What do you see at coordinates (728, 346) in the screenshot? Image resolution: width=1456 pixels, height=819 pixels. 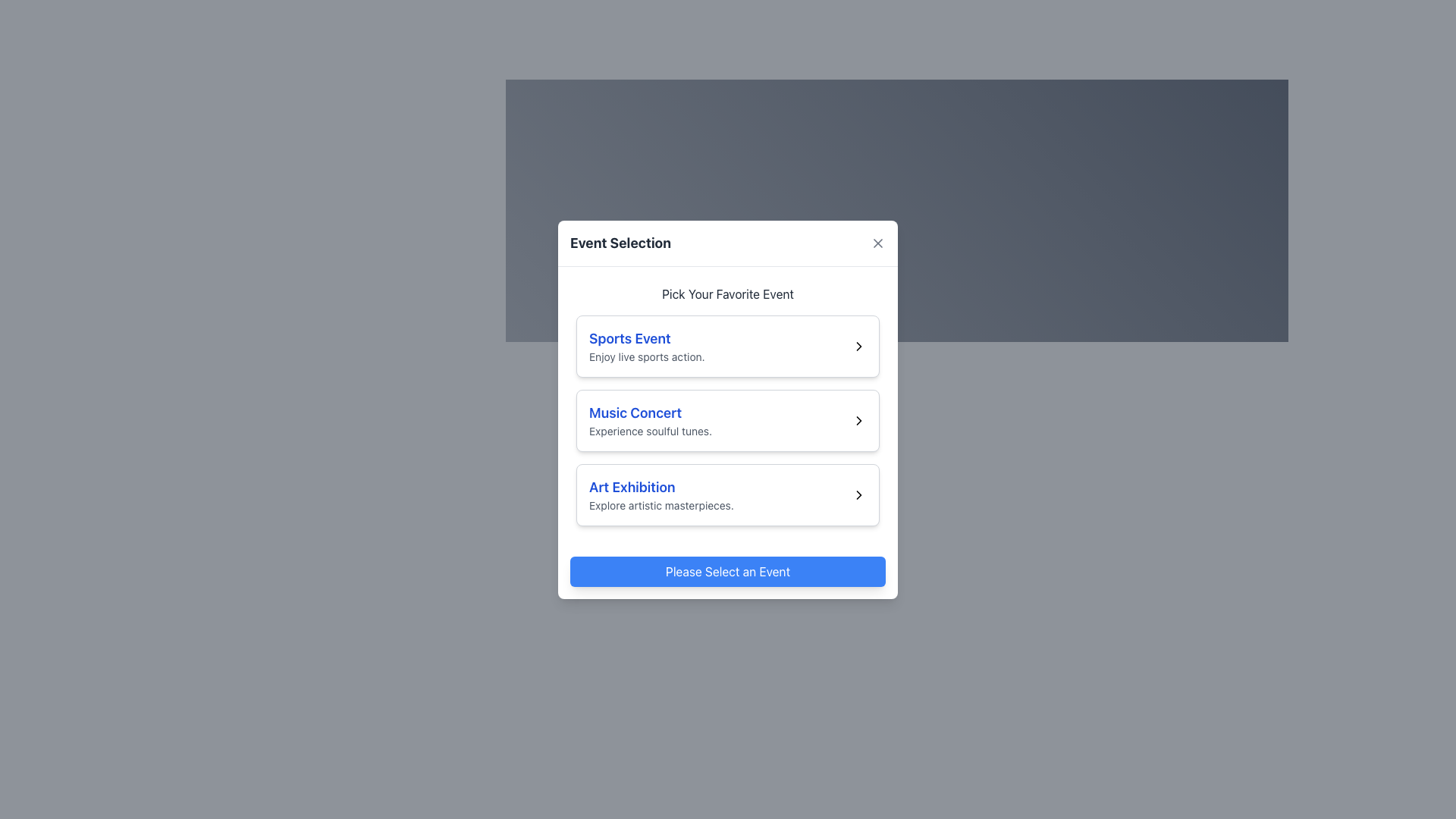 I see `focus on the first clickable card labeled 'Sports Event' in the 'Event Selection' modal window` at bounding box center [728, 346].